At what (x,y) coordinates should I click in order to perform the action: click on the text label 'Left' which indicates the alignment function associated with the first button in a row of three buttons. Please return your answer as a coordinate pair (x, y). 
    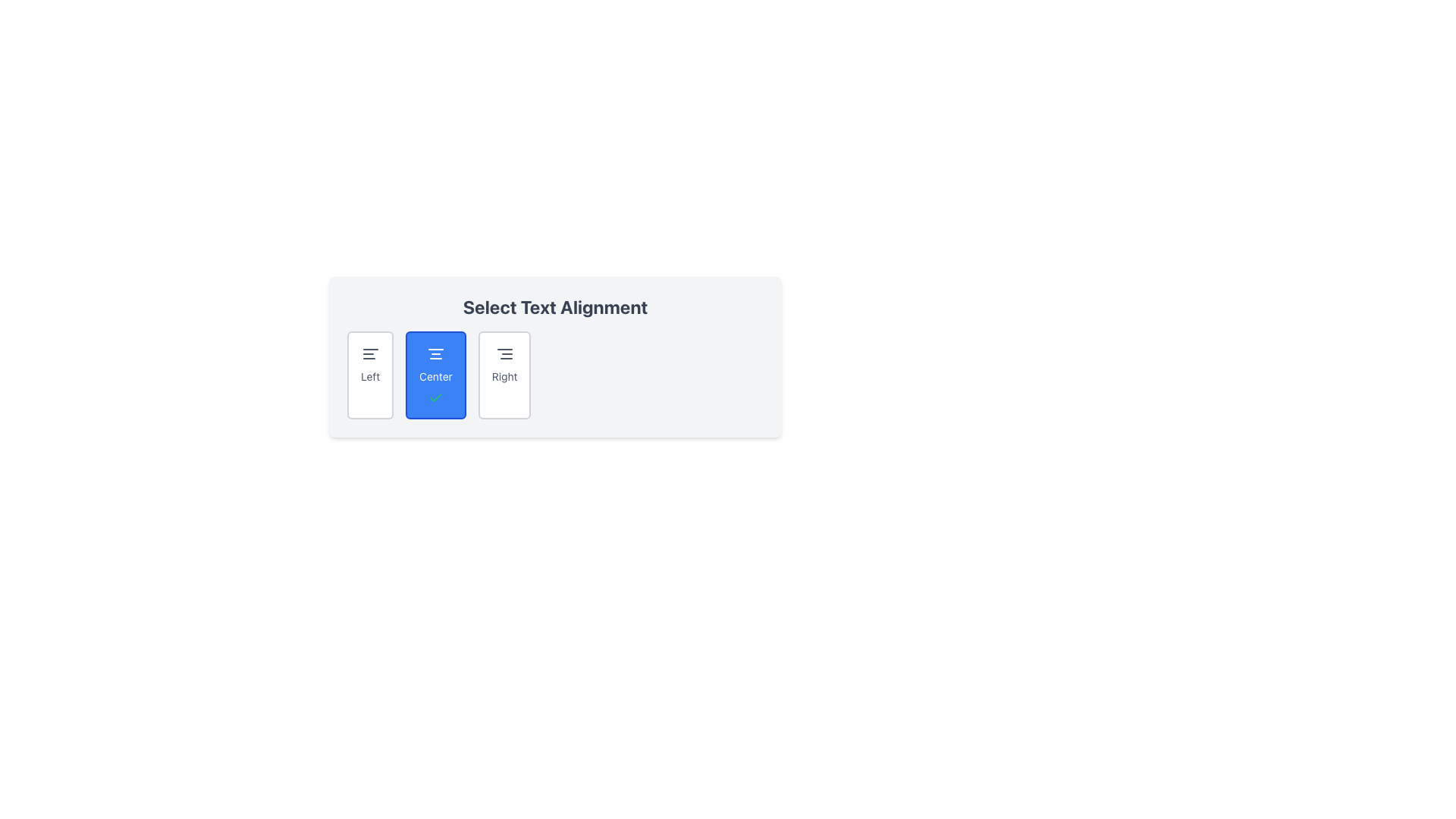
    Looking at the image, I should click on (370, 376).